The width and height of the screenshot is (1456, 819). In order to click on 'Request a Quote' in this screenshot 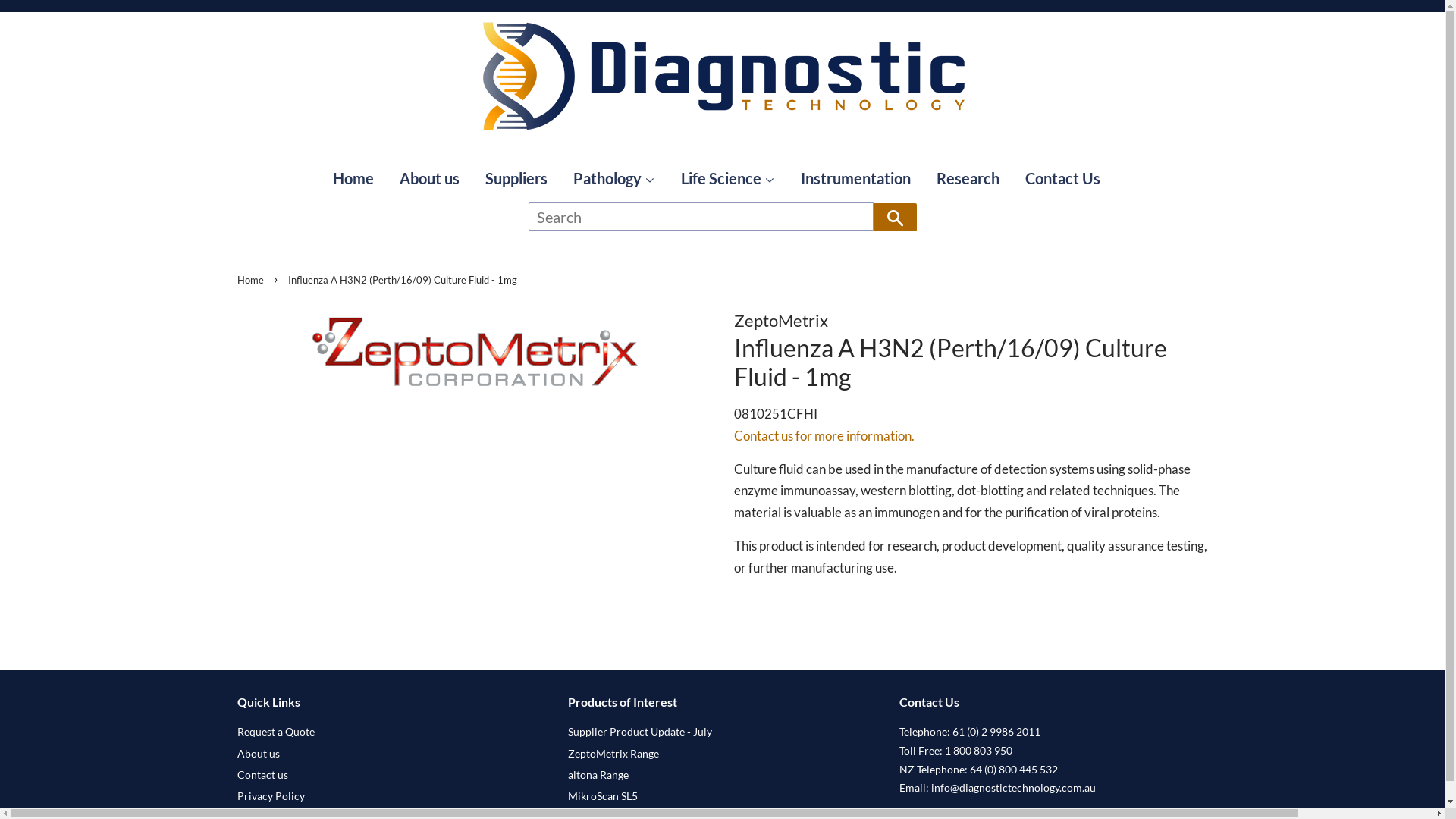, I will do `click(275, 730)`.